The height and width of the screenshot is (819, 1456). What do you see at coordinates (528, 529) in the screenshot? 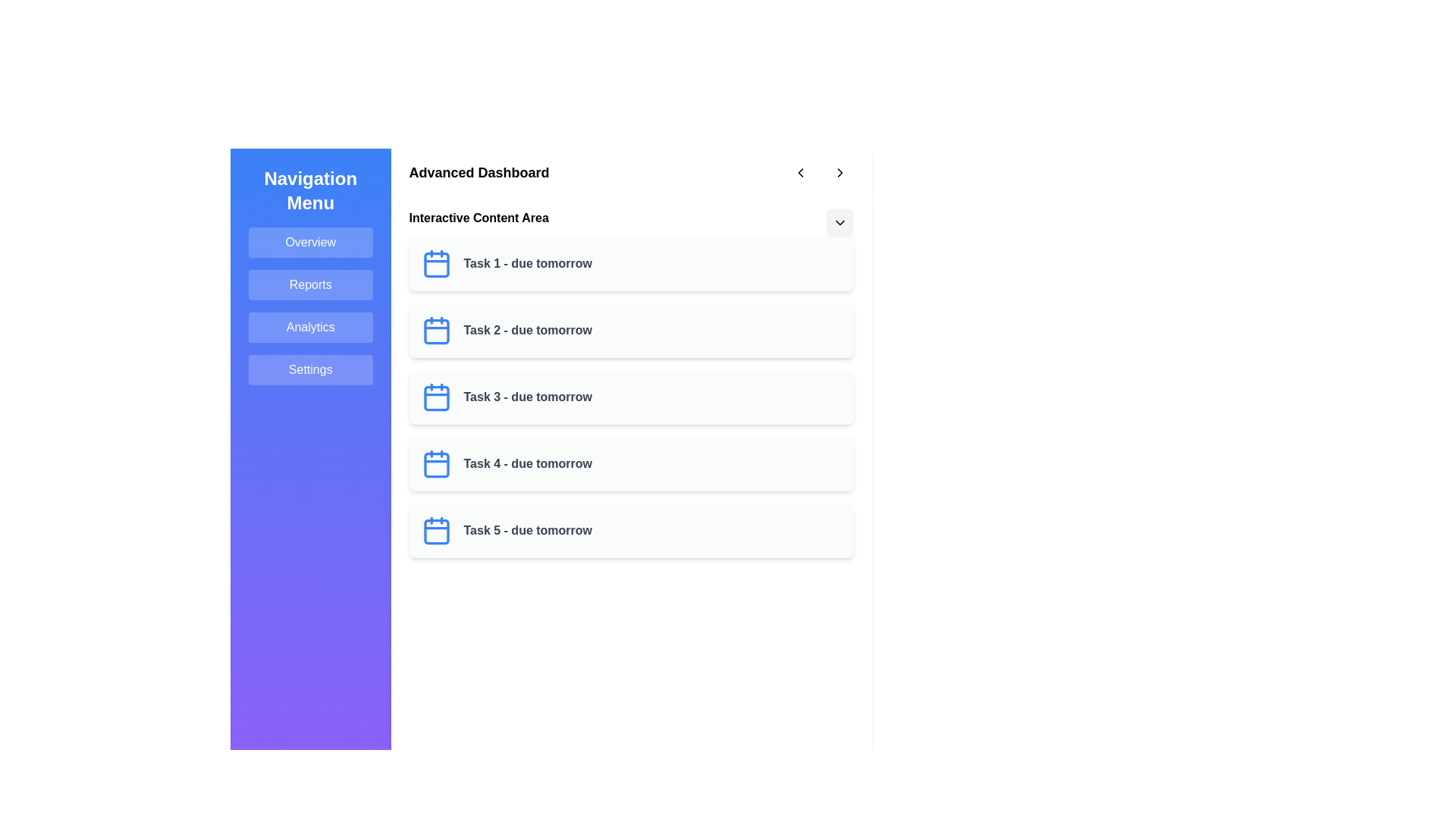
I see `text label that says 'Task 5 - due tomorrow', which is the bottom-most item in a vertical stack of tasks, aligned with a blue calendar icon to its left` at bounding box center [528, 529].